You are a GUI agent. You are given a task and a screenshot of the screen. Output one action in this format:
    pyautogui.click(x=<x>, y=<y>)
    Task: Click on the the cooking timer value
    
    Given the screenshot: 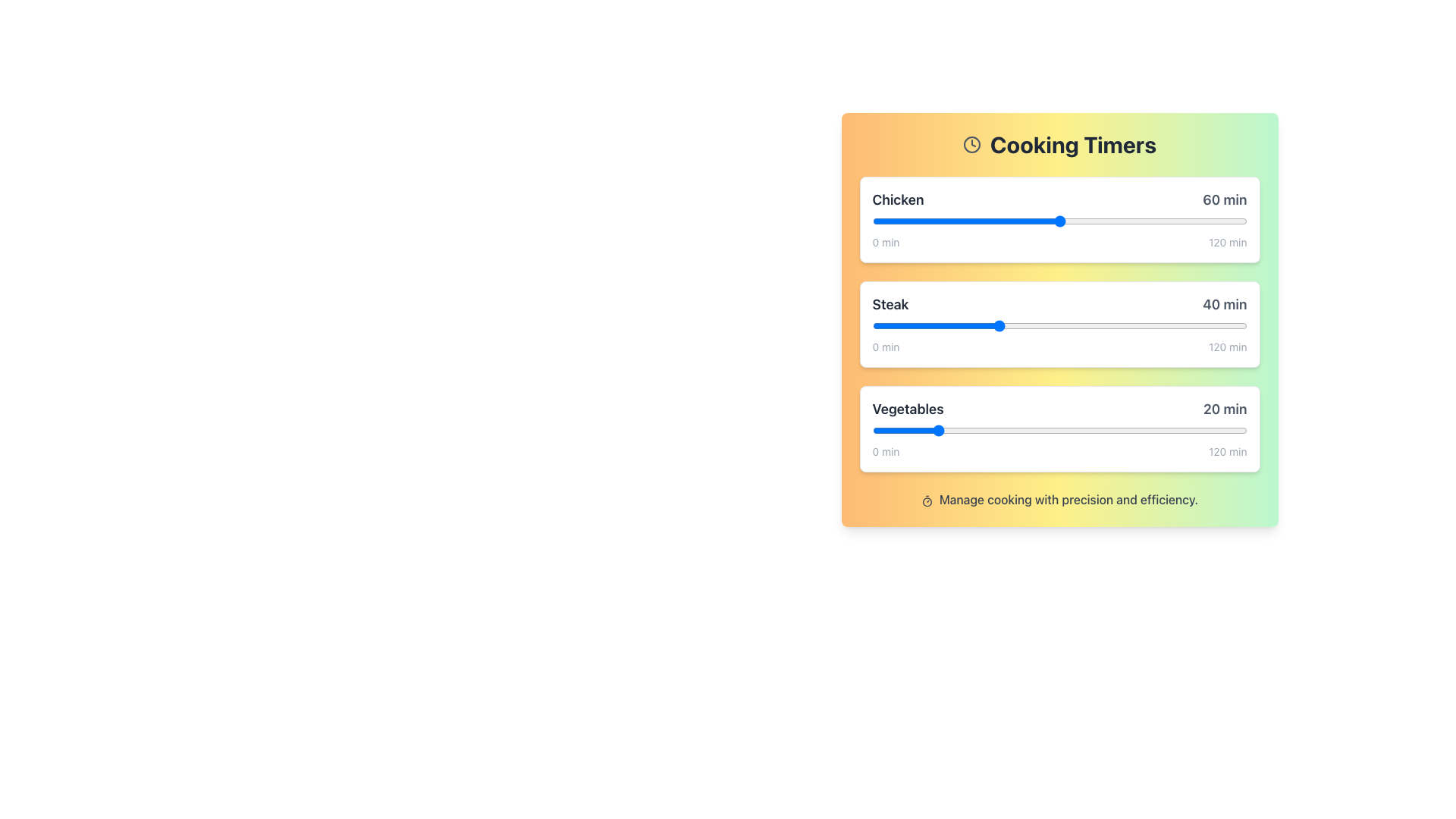 What is the action you would take?
    pyautogui.click(x=897, y=221)
    